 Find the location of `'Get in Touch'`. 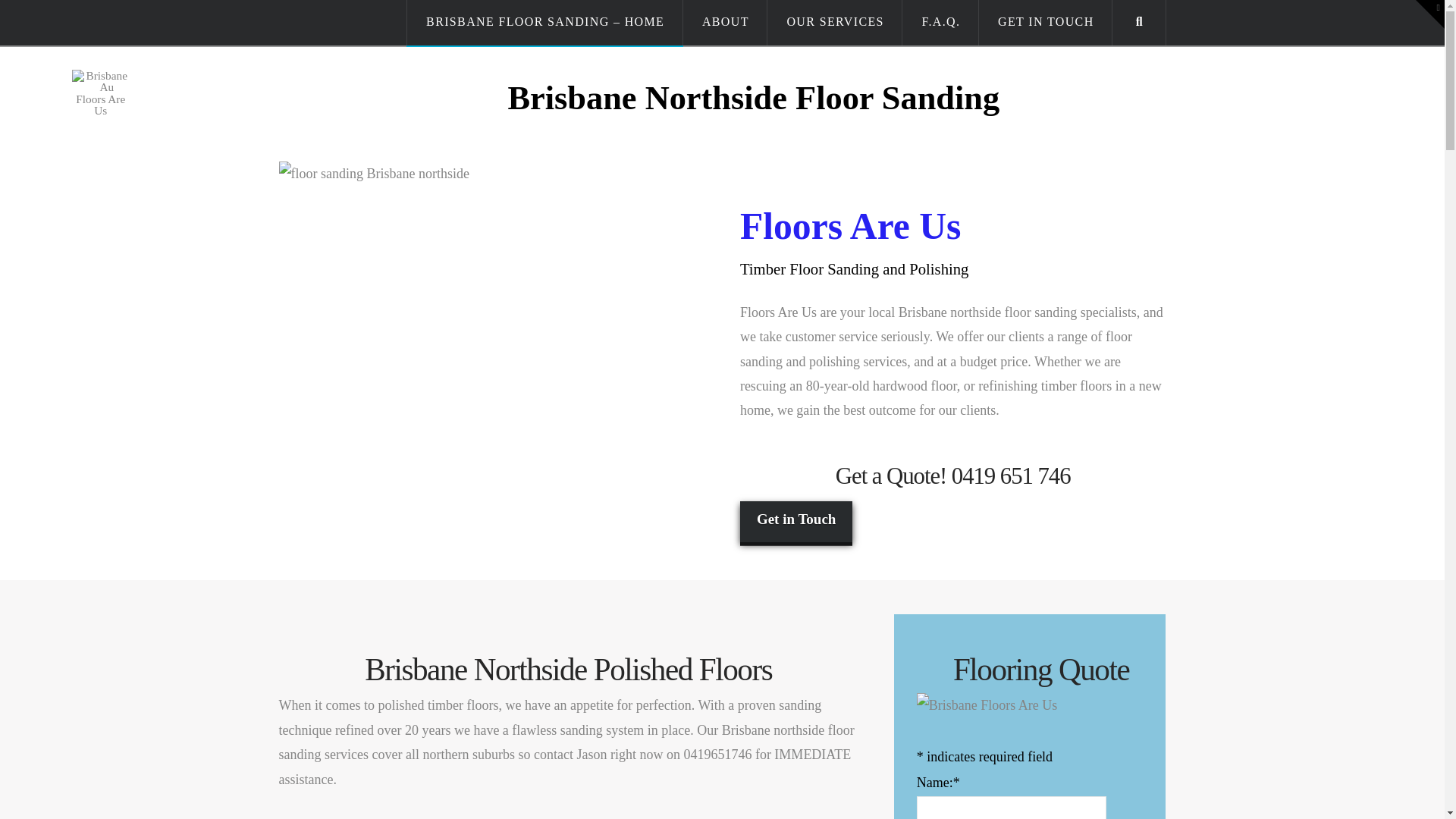

'Get in Touch' is located at coordinates (795, 520).